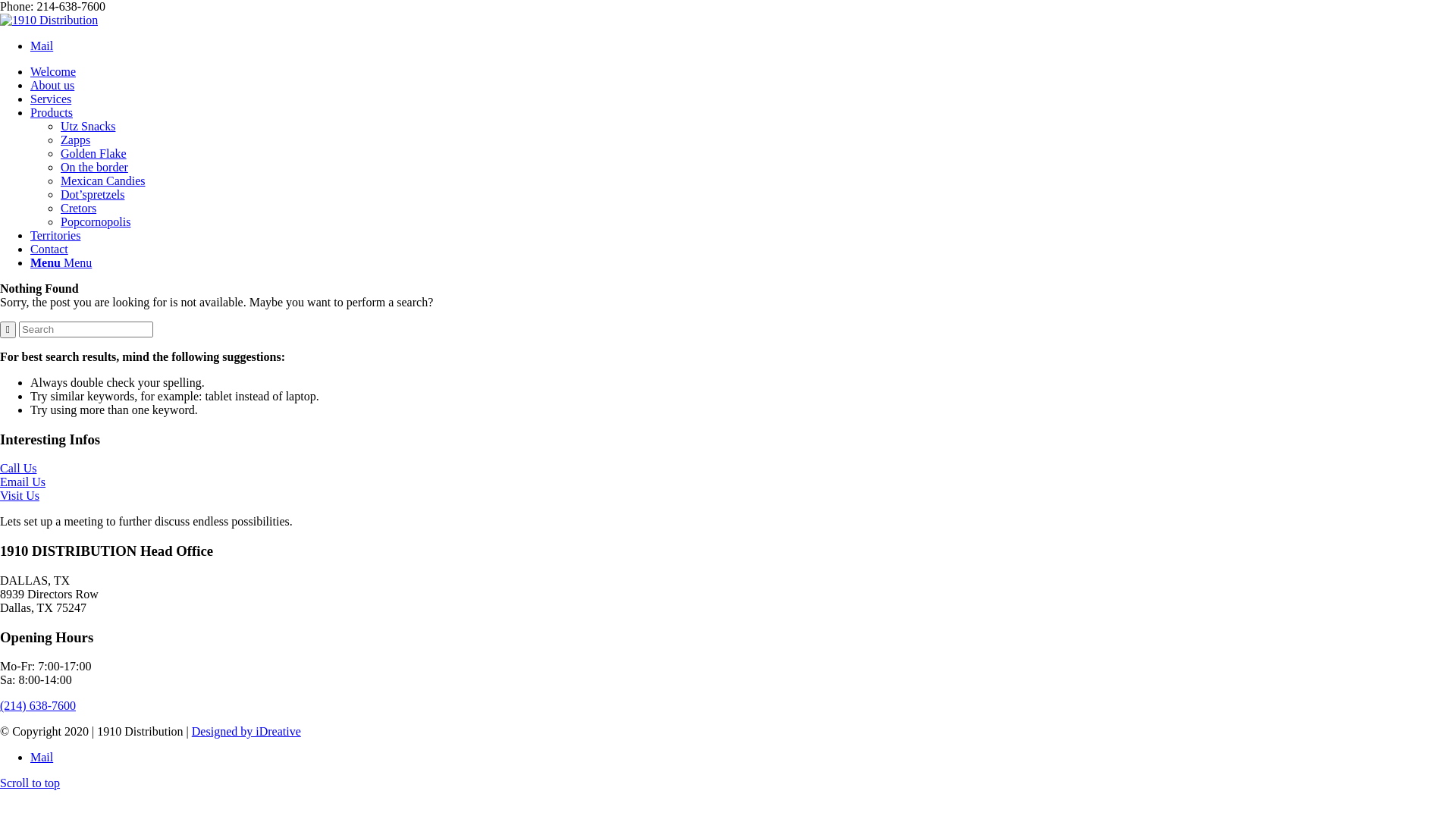  Describe the element at coordinates (30, 757) in the screenshot. I see `'Mail'` at that location.